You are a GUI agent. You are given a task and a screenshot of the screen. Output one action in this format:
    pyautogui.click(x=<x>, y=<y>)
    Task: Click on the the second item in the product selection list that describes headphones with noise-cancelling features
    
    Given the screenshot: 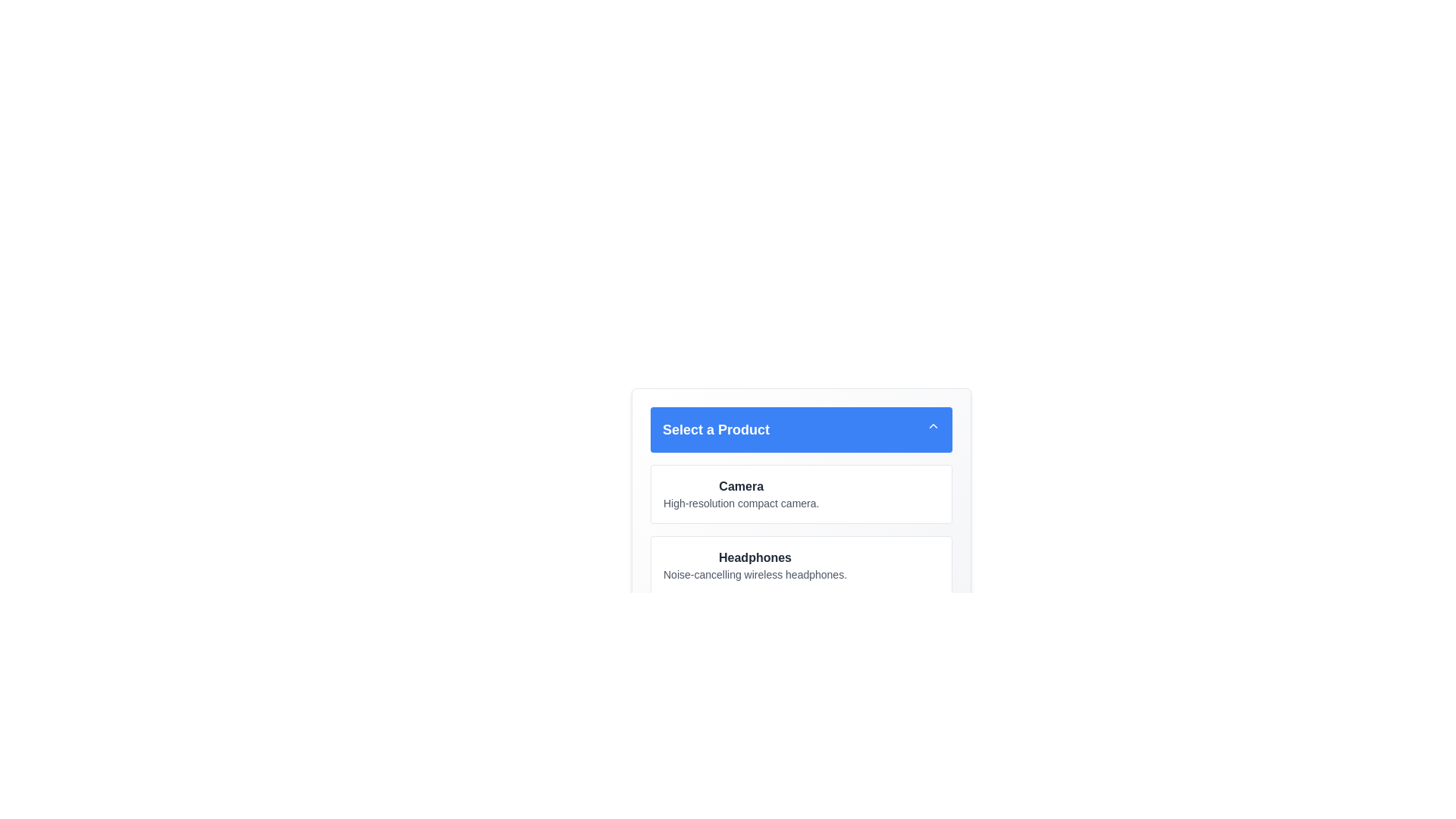 What is the action you would take?
    pyautogui.click(x=800, y=565)
    